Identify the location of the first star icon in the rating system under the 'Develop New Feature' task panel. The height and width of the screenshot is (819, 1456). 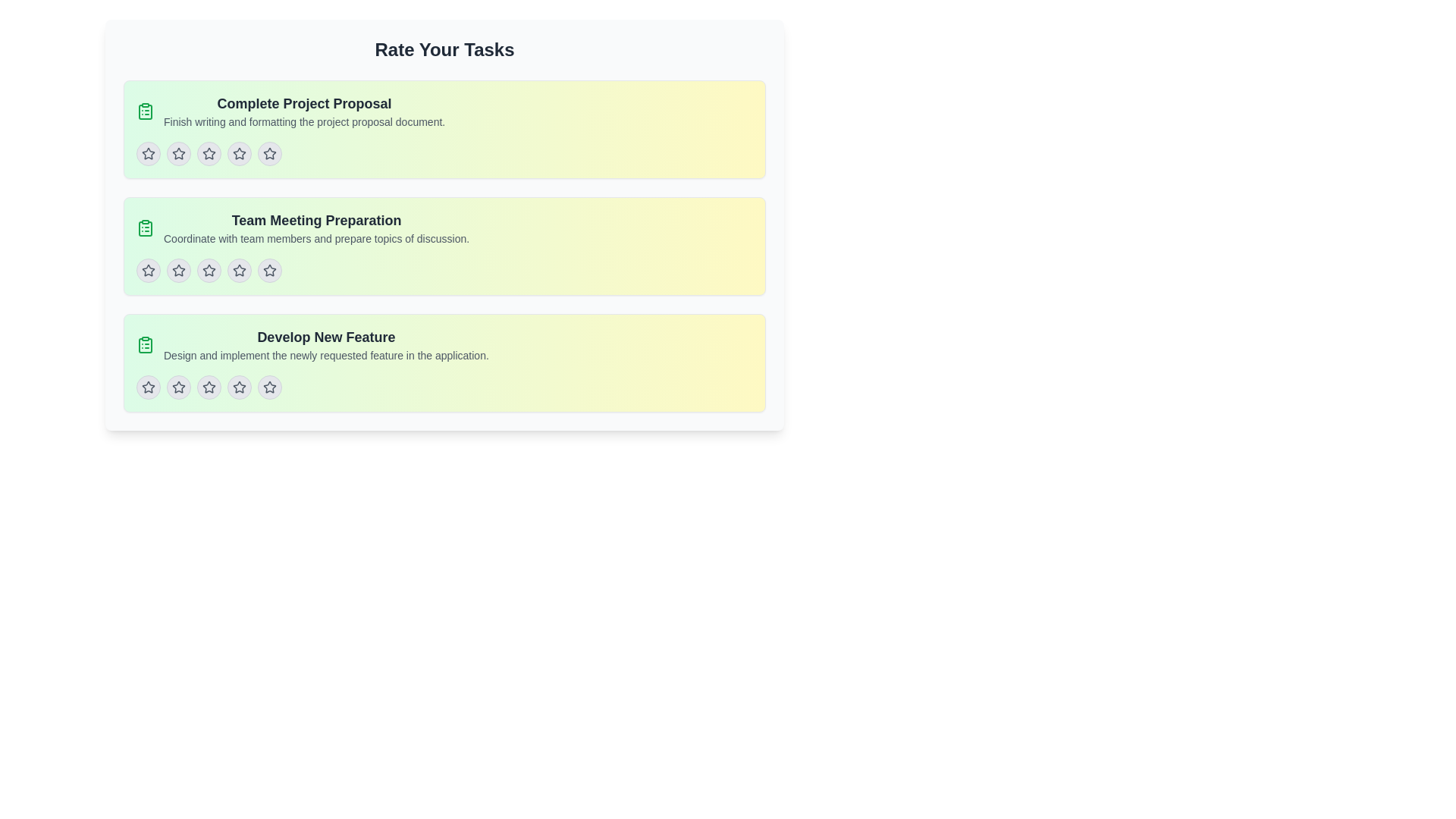
(149, 386).